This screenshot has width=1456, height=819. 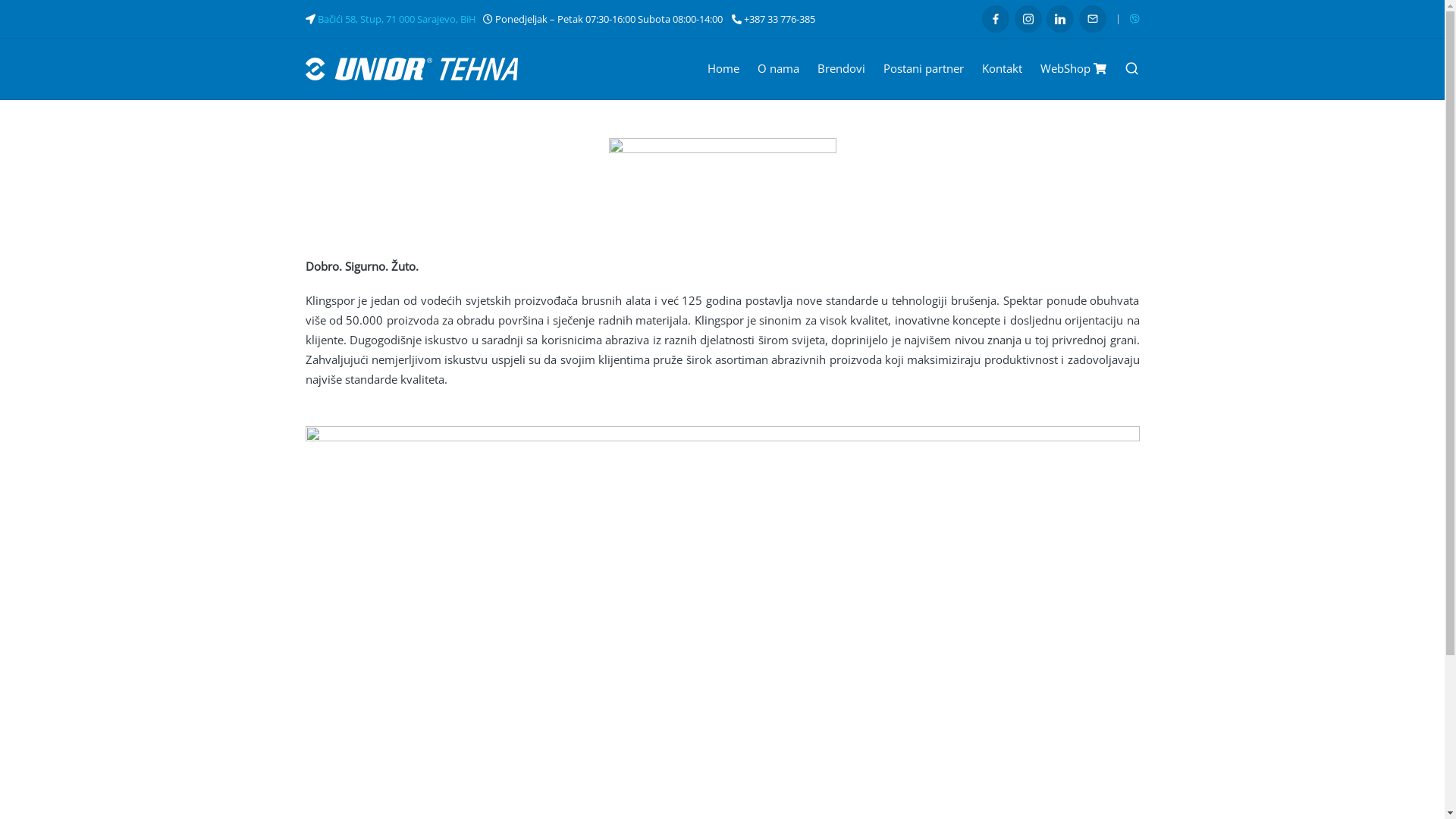 What do you see at coordinates (1072, 69) in the screenshot?
I see `'WebShop'` at bounding box center [1072, 69].